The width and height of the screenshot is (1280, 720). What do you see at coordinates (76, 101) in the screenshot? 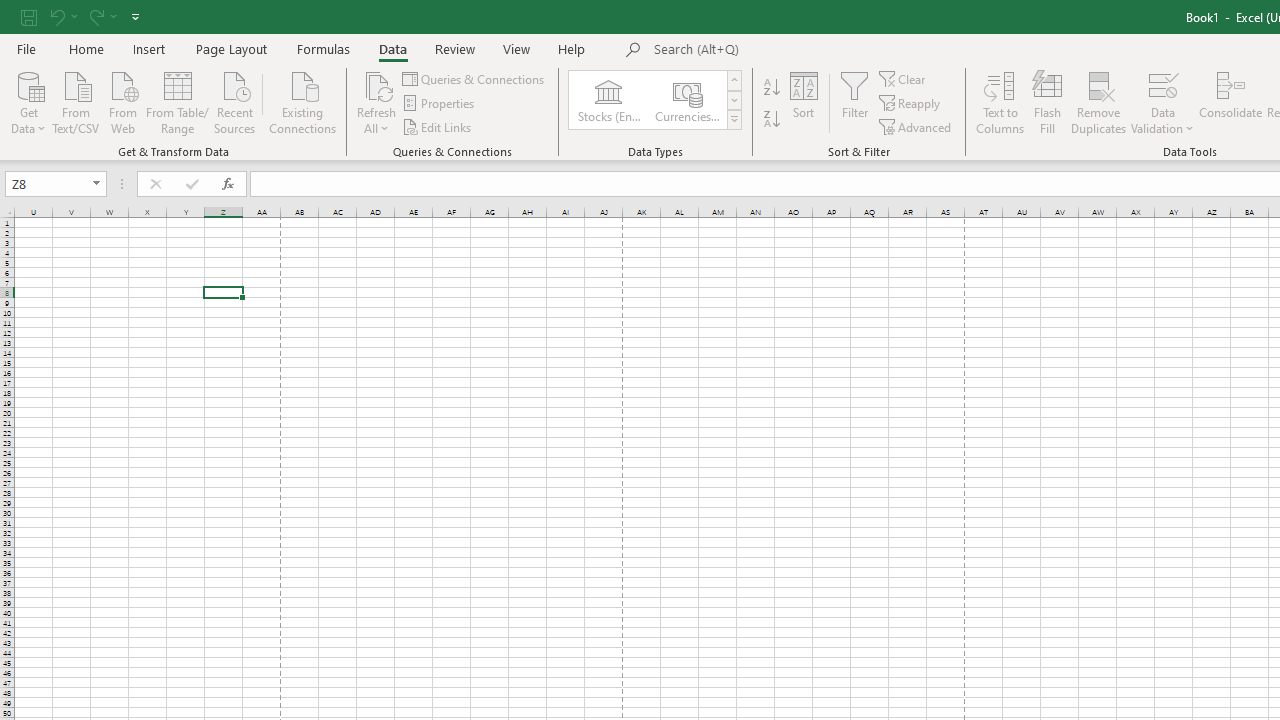
I see `'From Text/CSV'` at bounding box center [76, 101].